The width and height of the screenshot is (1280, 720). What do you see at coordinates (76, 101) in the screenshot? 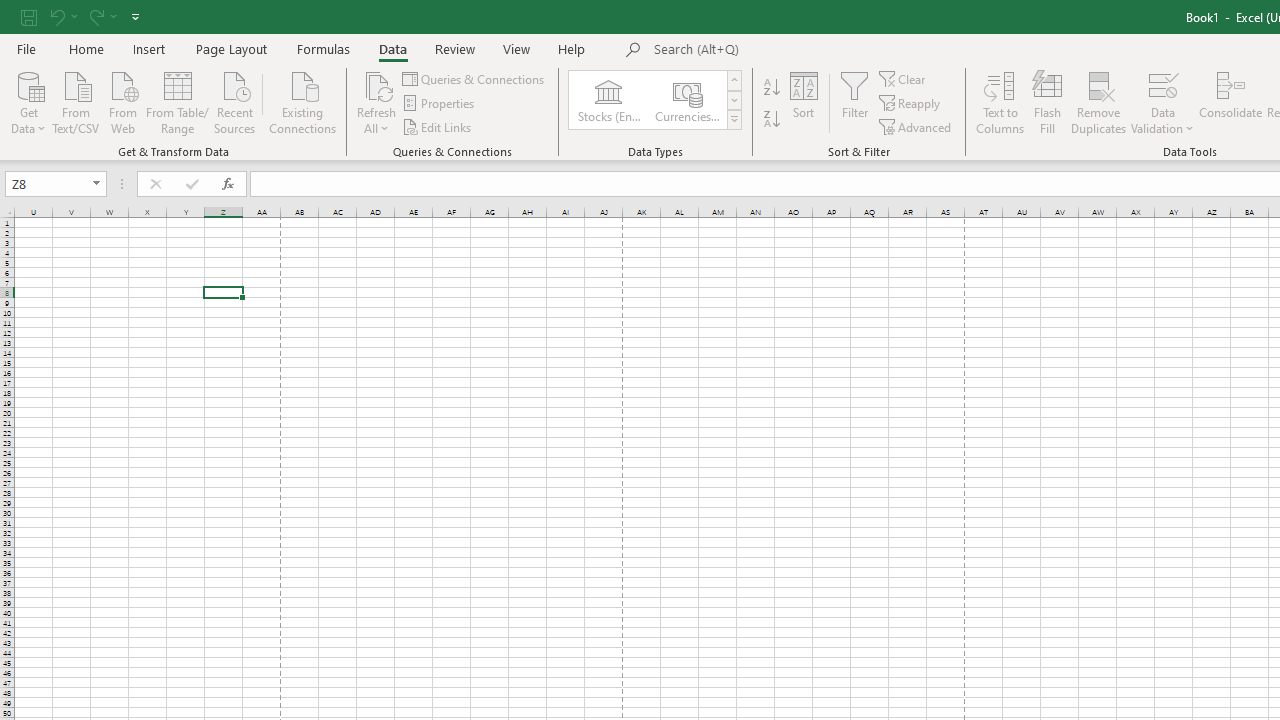
I see `'From Text/CSV'` at bounding box center [76, 101].